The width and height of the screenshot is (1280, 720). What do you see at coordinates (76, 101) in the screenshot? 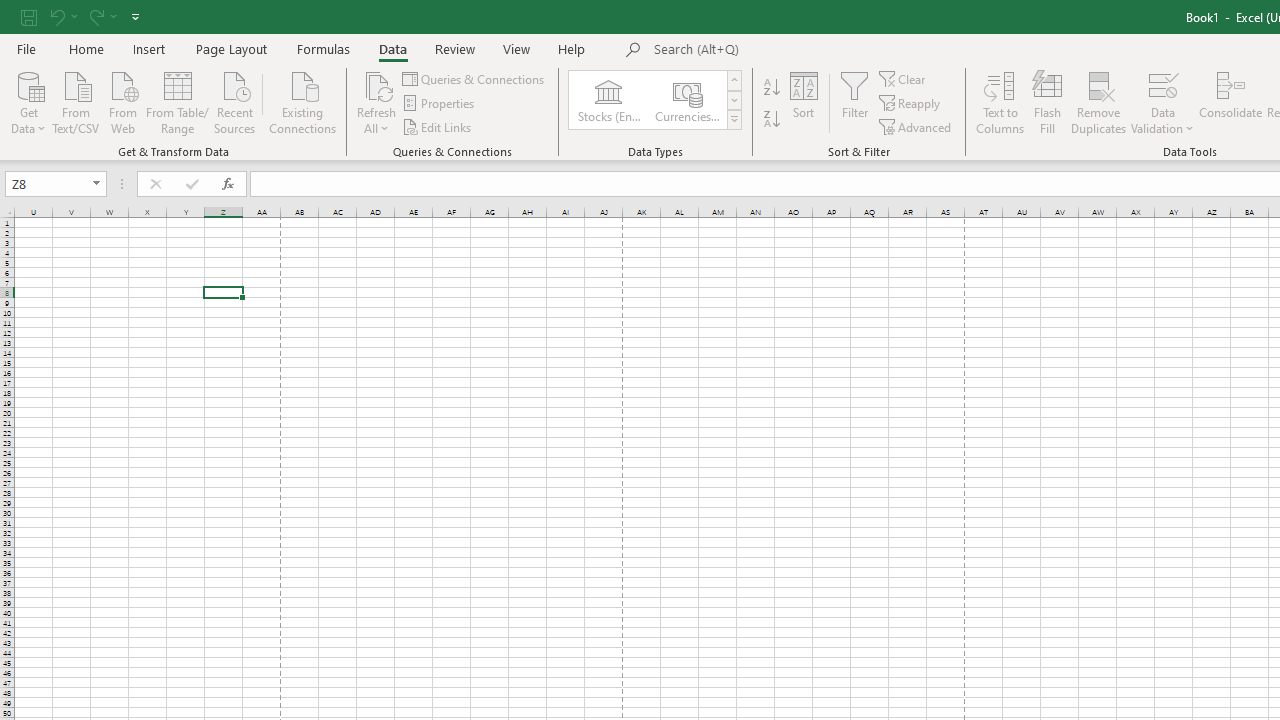
I see `'From Text/CSV'` at bounding box center [76, 101].